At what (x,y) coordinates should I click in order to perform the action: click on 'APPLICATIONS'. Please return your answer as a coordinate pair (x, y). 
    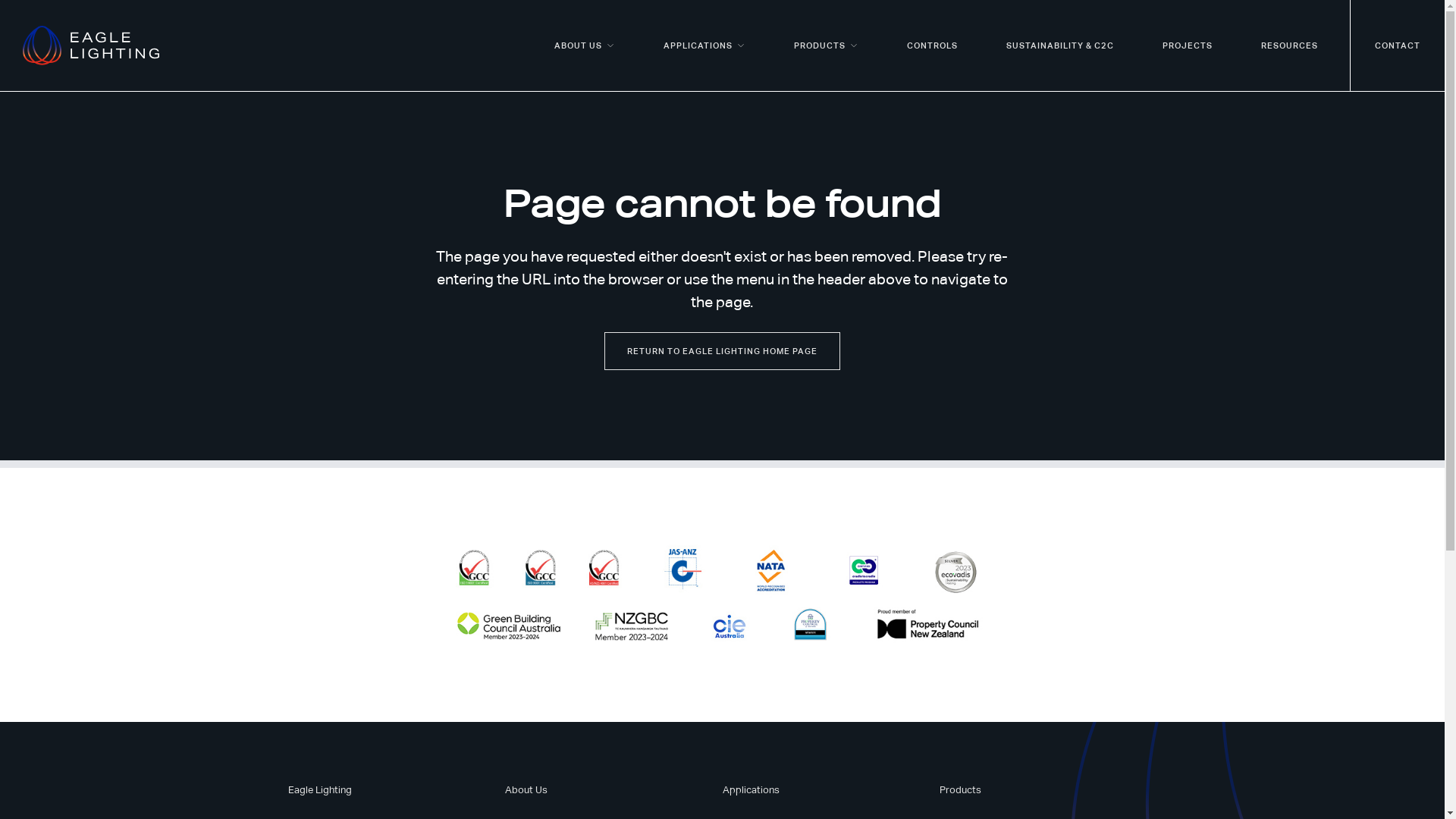
    Looking at the image, I should click on (639, 45).